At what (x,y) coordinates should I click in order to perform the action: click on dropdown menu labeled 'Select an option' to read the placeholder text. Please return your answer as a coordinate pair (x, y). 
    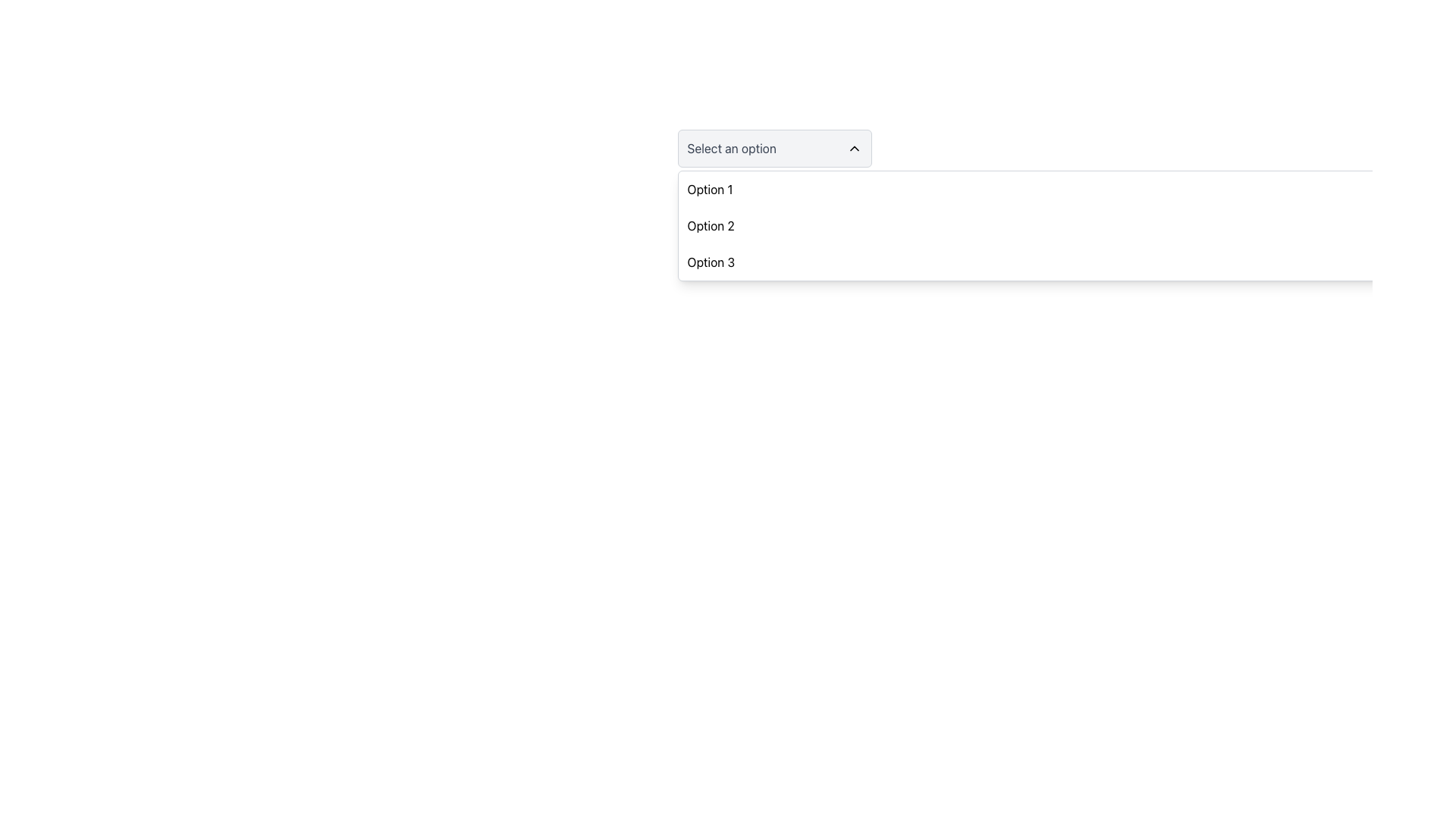
    Looking at the image, I should click on (774, 149).